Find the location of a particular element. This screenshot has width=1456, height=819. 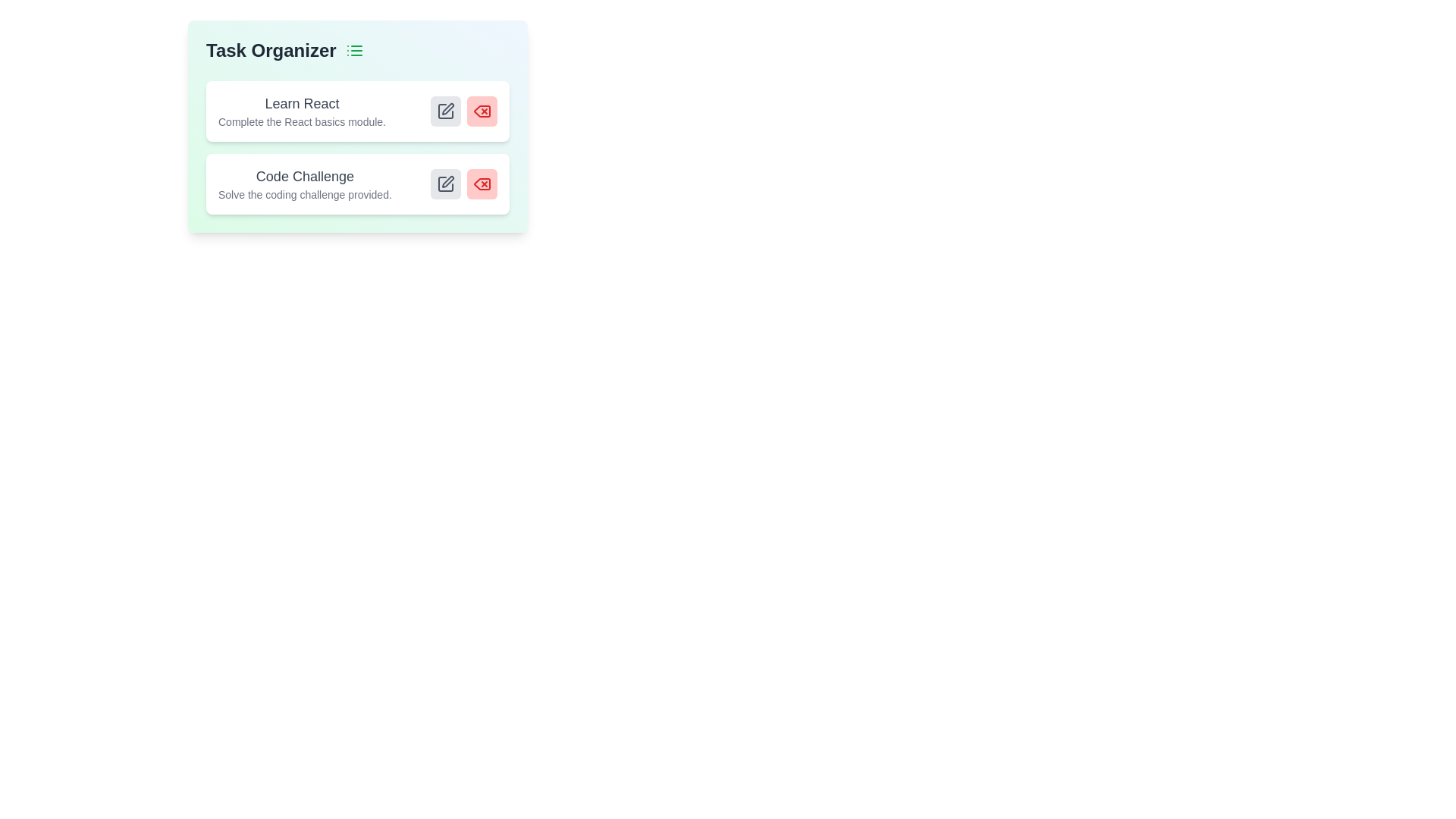

edit button for the task titled 'Learn React' is located at coordinates (445, 110).